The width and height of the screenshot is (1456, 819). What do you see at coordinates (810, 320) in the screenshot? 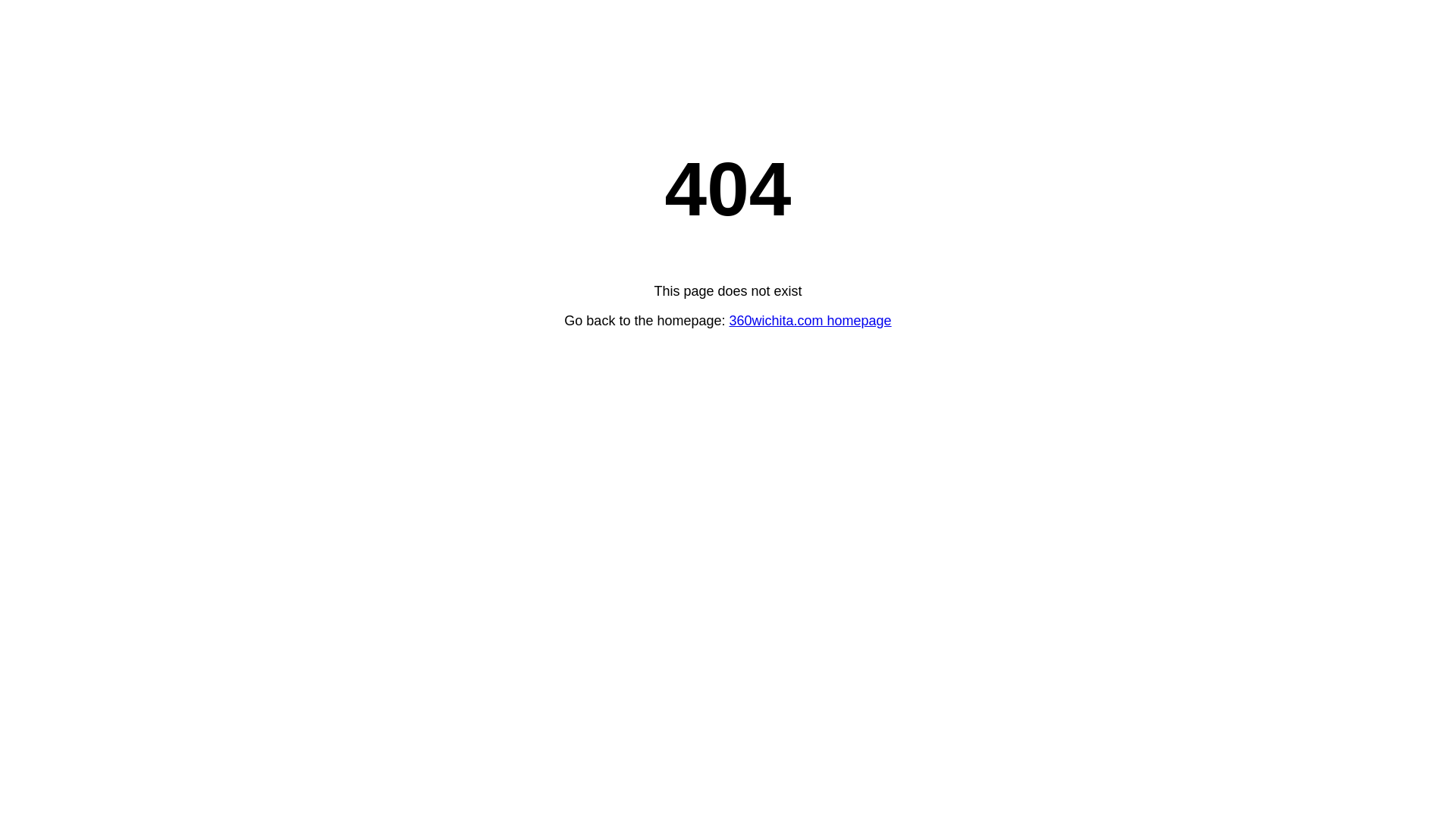
I see `'360wichita.com homepage'` at bounding box center [810, 320].